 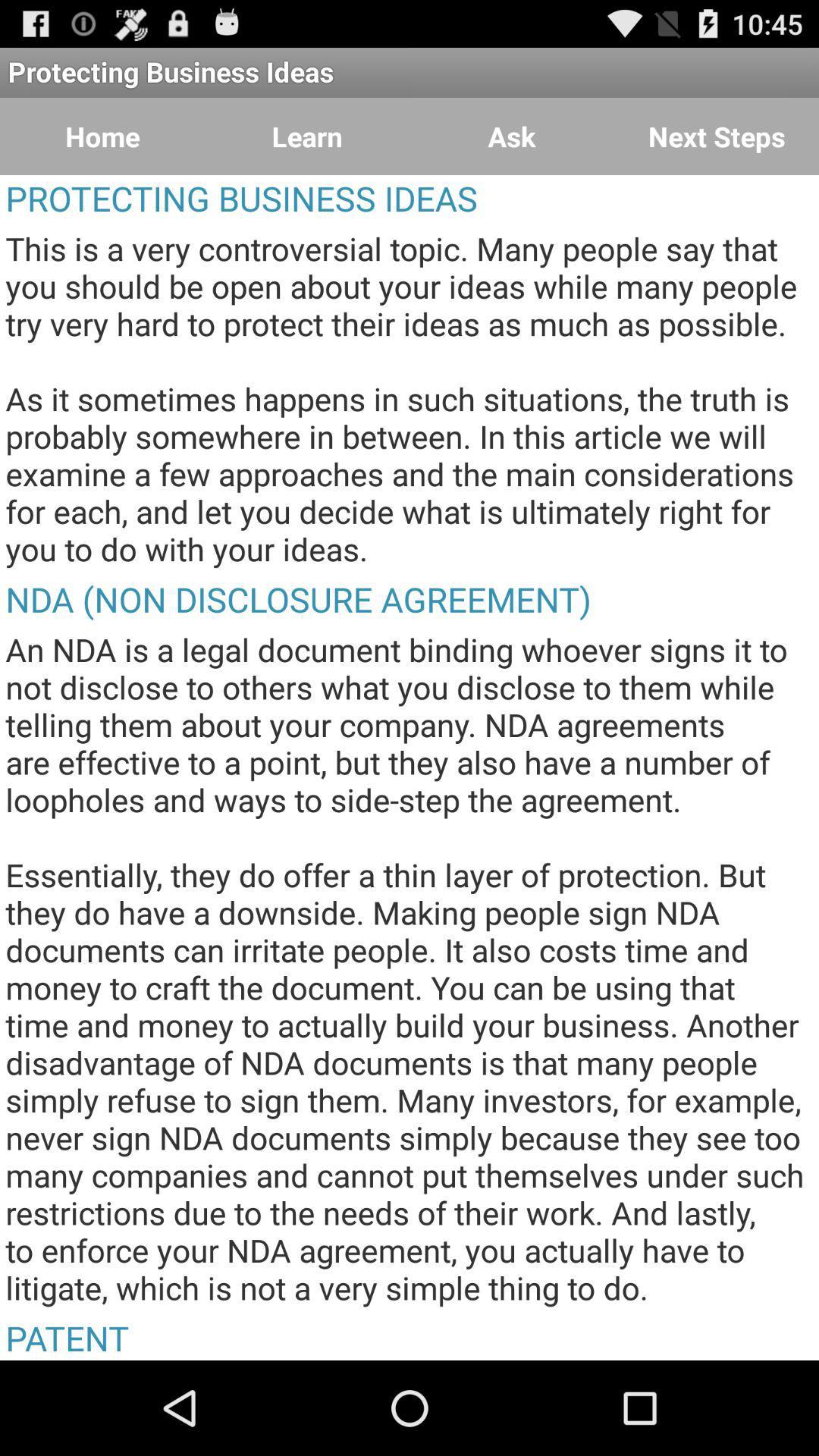 I want to click on item below protecting business ideas app, so click(x=307, y=136).